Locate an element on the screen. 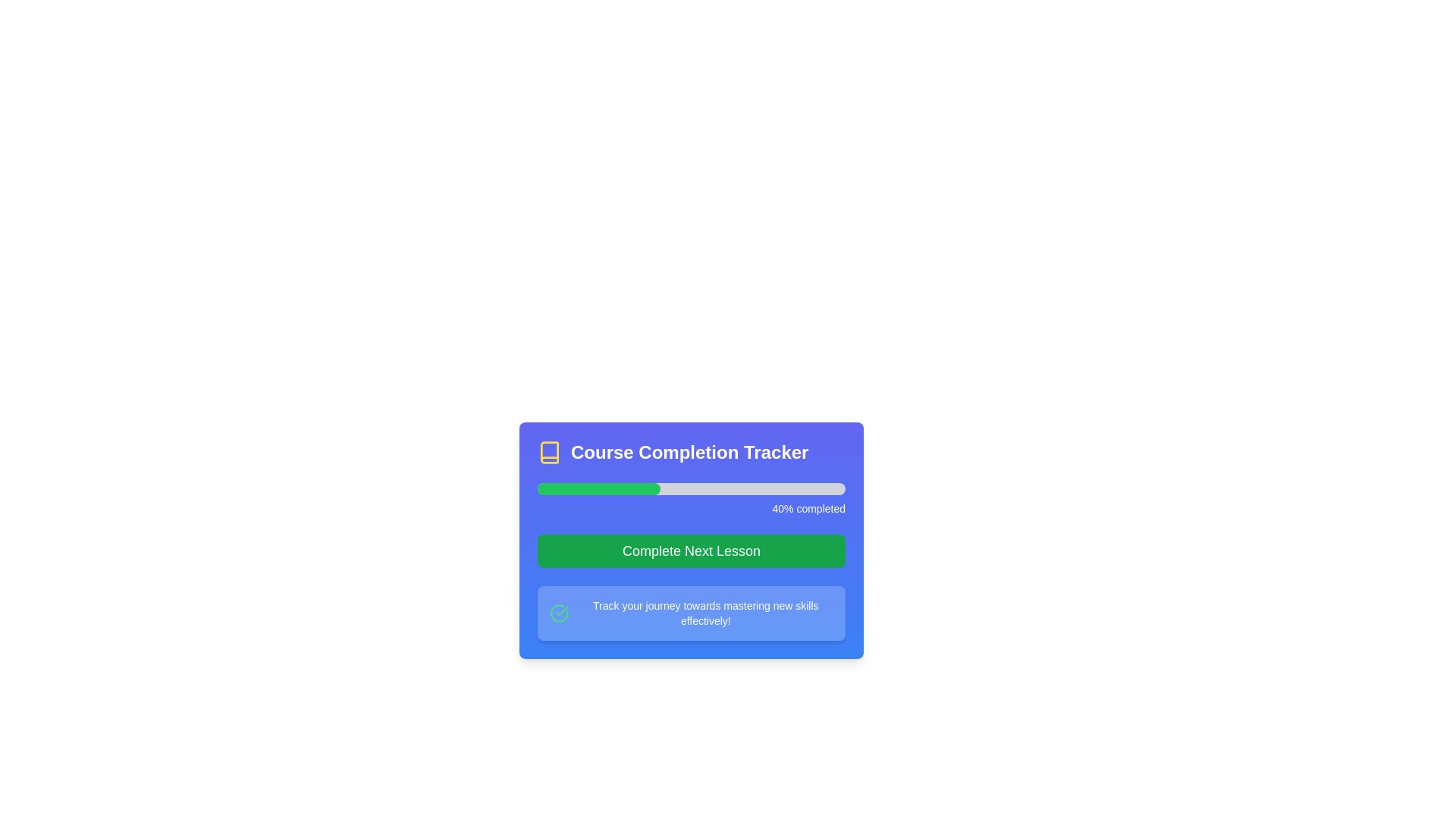 This screenshot has width=1456, height=819. the button located centrally within the card content area, positioned below the '40% completed' progress indicator, to initiate navigation to the next lesson is located at coordinates (691, 551).